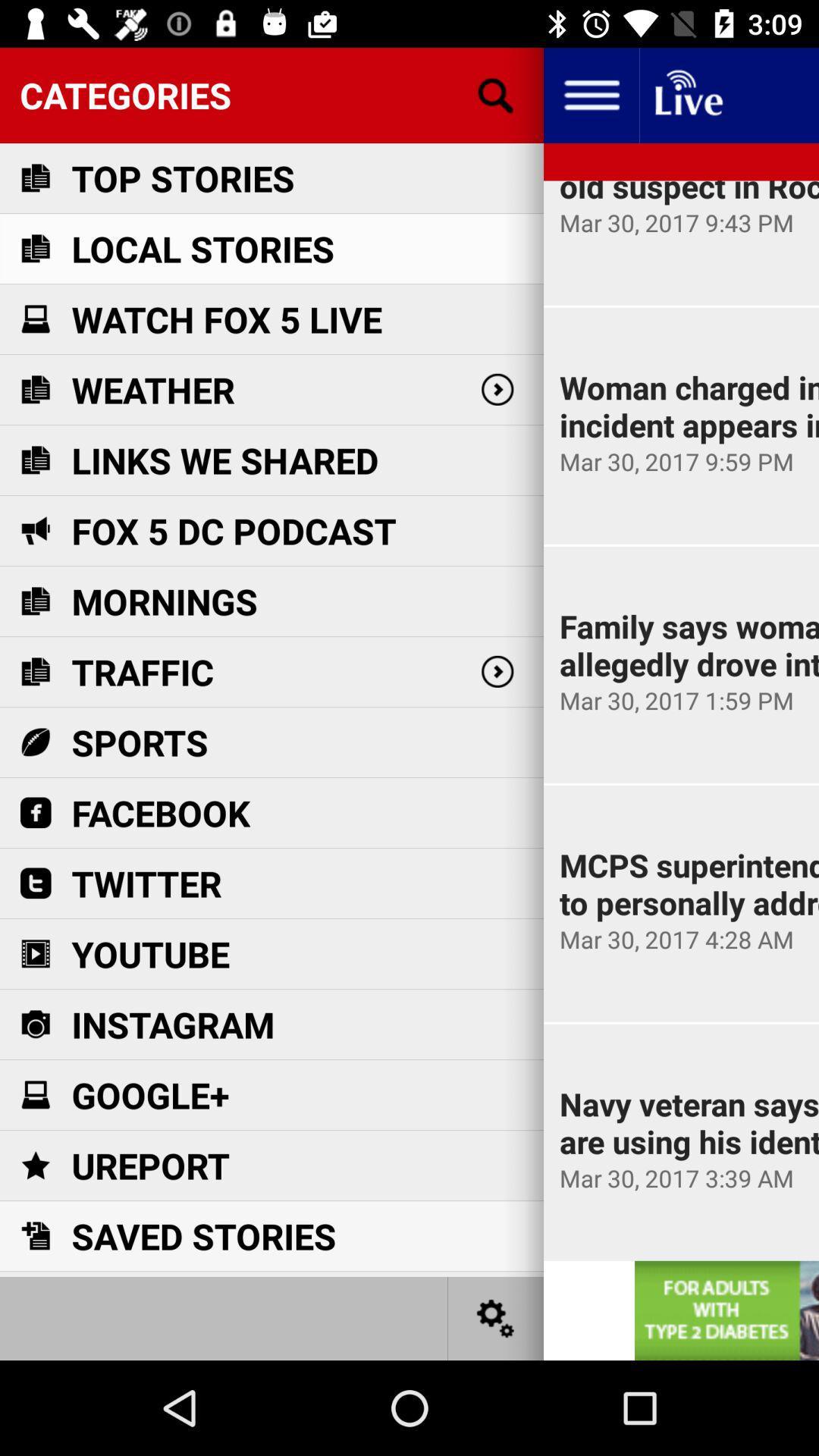 The height and width of the screenshot is (1456, 819). I want to click on live, so click(687, 94).